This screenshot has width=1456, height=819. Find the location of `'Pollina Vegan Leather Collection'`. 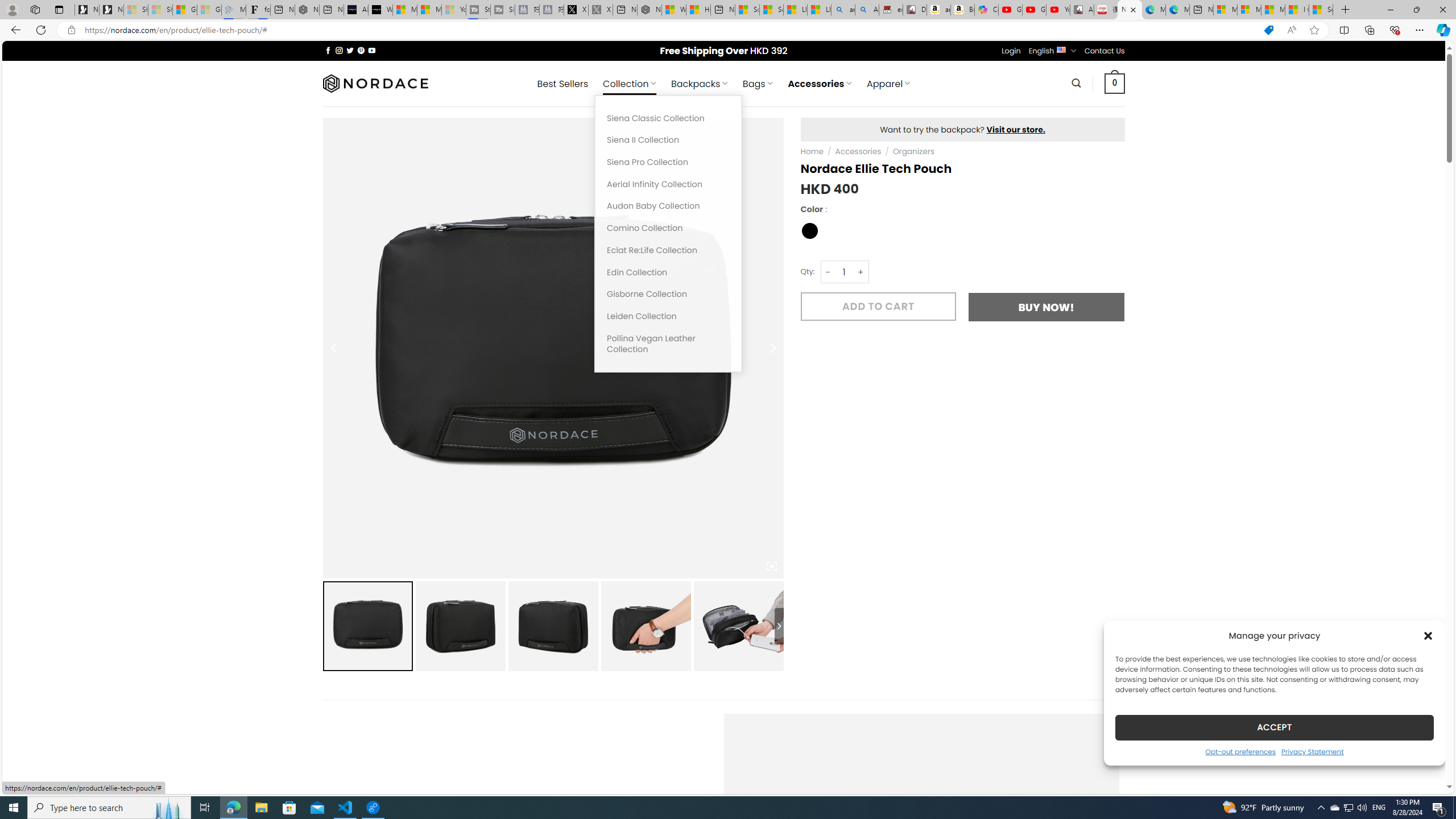

'Pollina Vegan Leather Collection' is located at coordinates (668, 344).